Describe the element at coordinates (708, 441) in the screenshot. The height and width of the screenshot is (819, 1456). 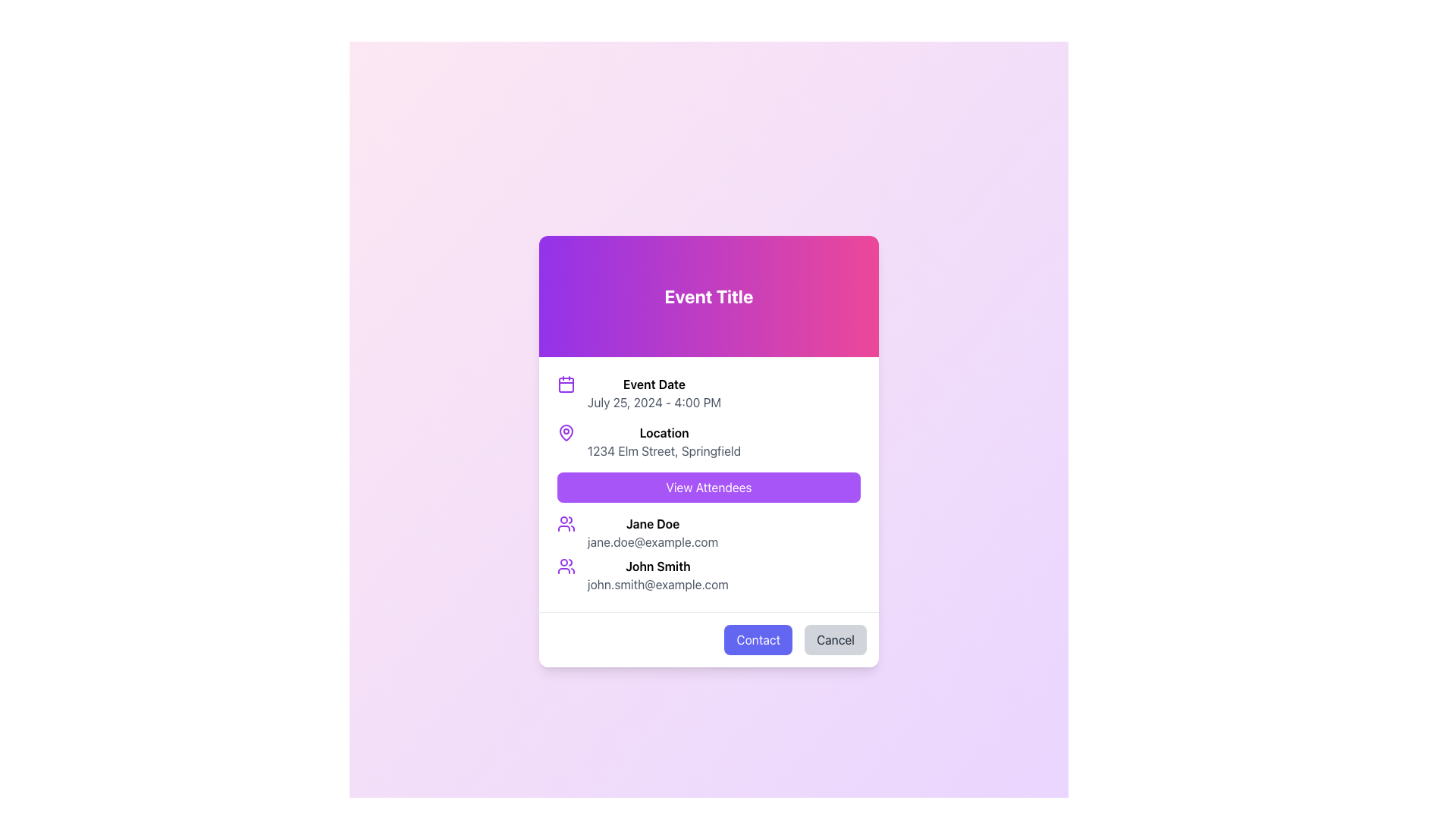
I see `the text block labeled 'Location' that displays the address '1234 Elm Street, Springfield' and includes a purple map pin icon on the left, located within the card under 'Event Date'` at that location.